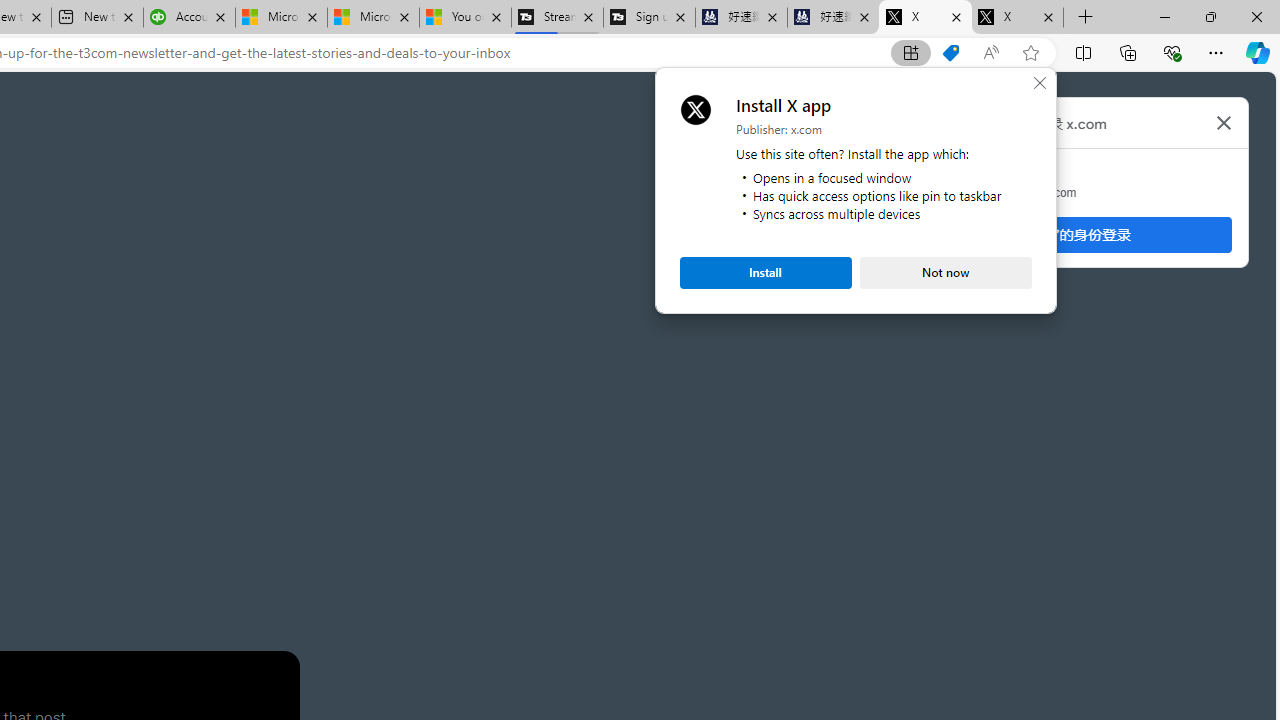  Describe the element at coordinates (1209, 16) in the screenshot. I see `'Restore'` at that location.